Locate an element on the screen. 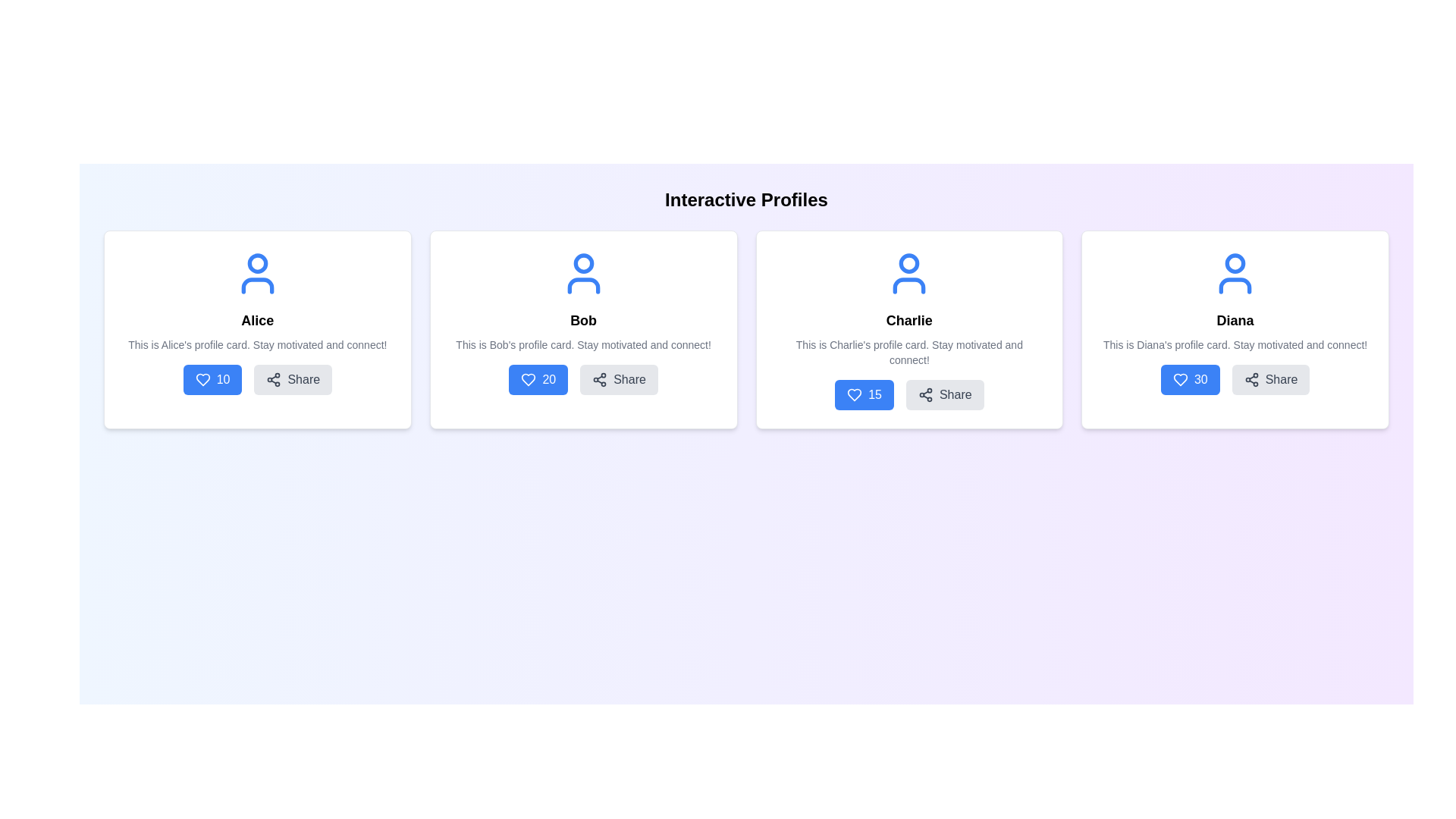  the avatar icon representing the user's profile labeled 'Diana' at the top-center of the profile card is located at coordinates (1235, 274).